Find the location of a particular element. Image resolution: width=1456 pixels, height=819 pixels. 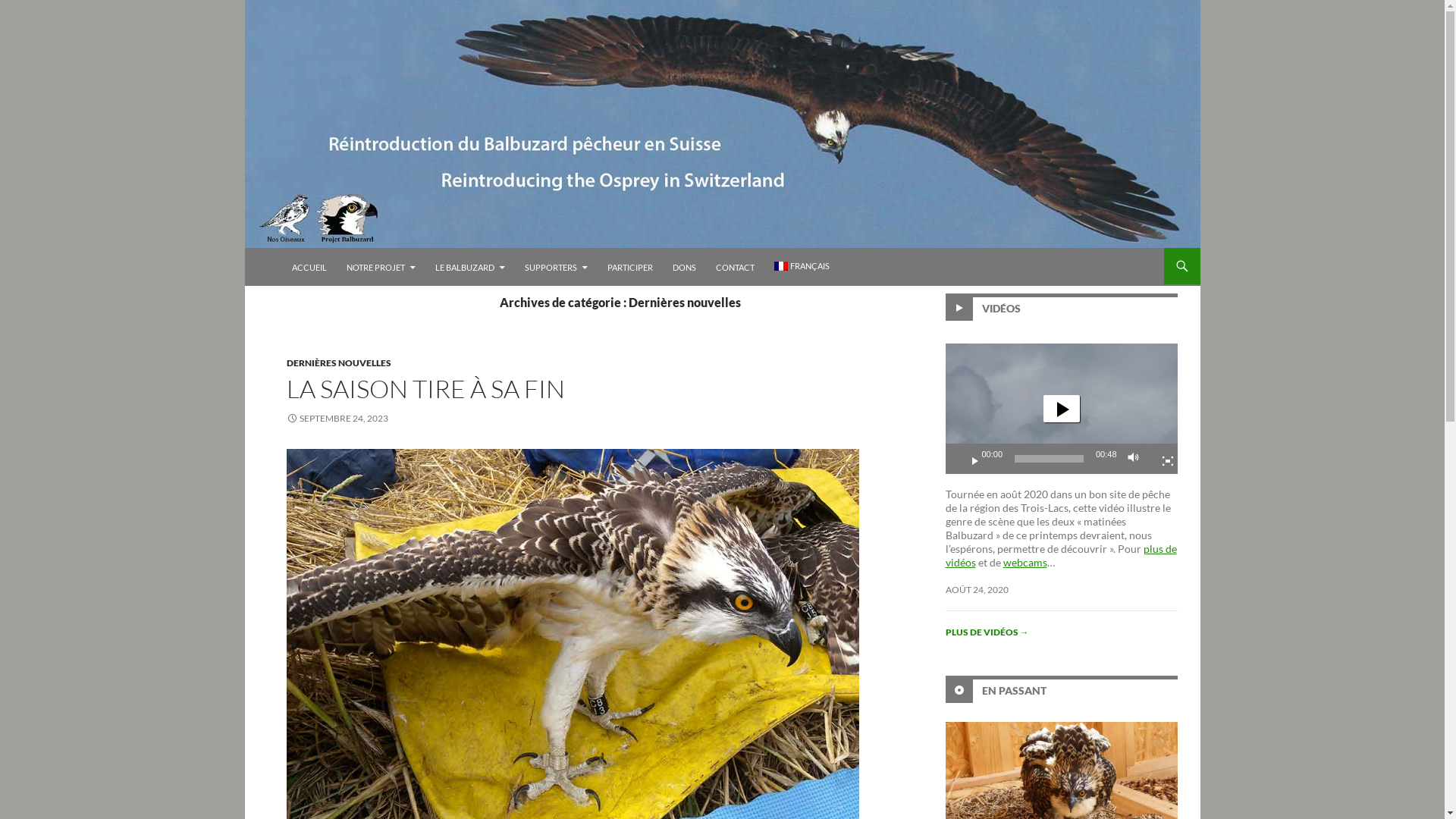

'SEPTEMBRE 24, 2023' is located at coordinates (337, 418).